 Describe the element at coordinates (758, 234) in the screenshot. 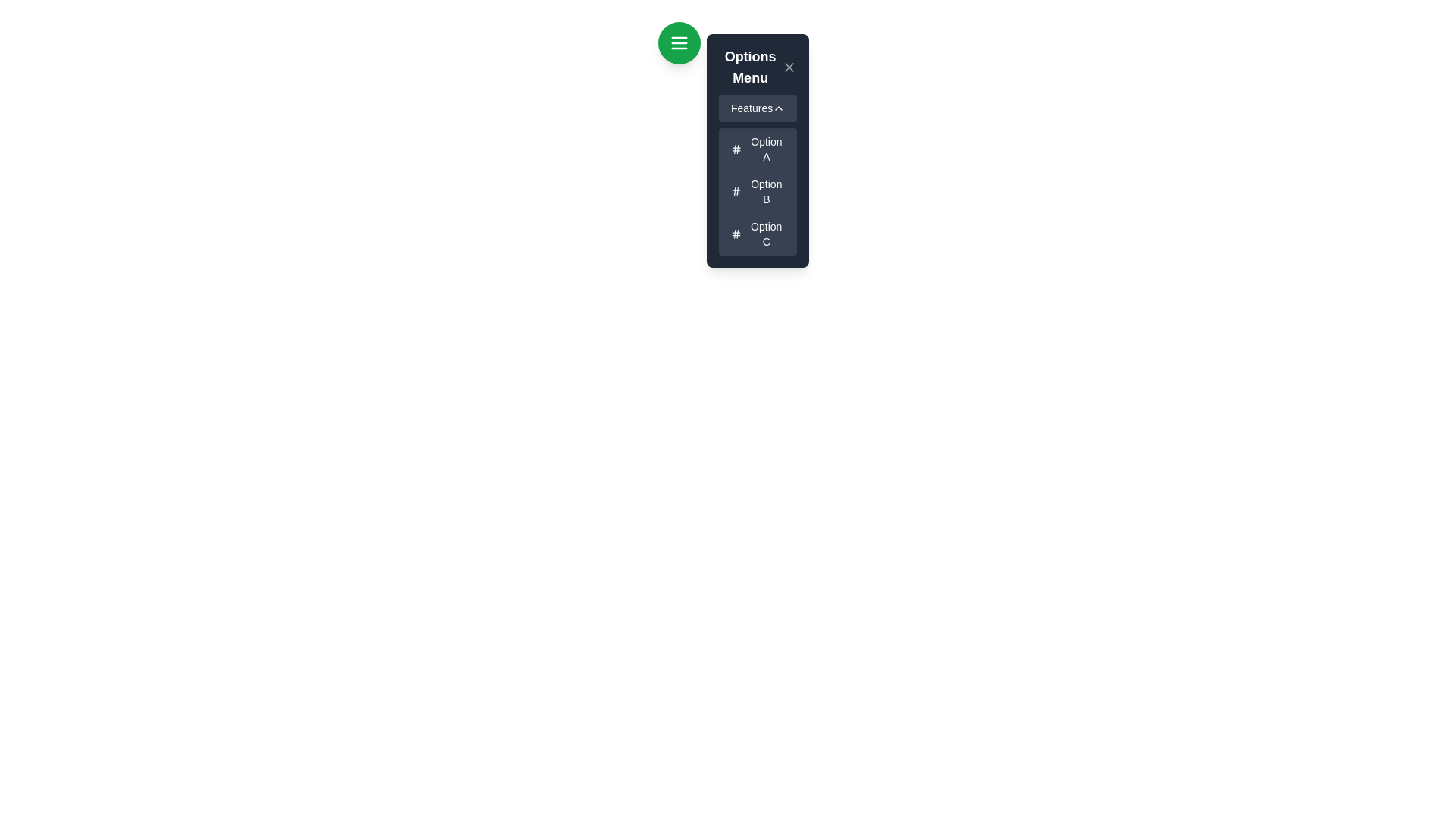

I see `the 'Option C' text button with a hash icon` at that location.